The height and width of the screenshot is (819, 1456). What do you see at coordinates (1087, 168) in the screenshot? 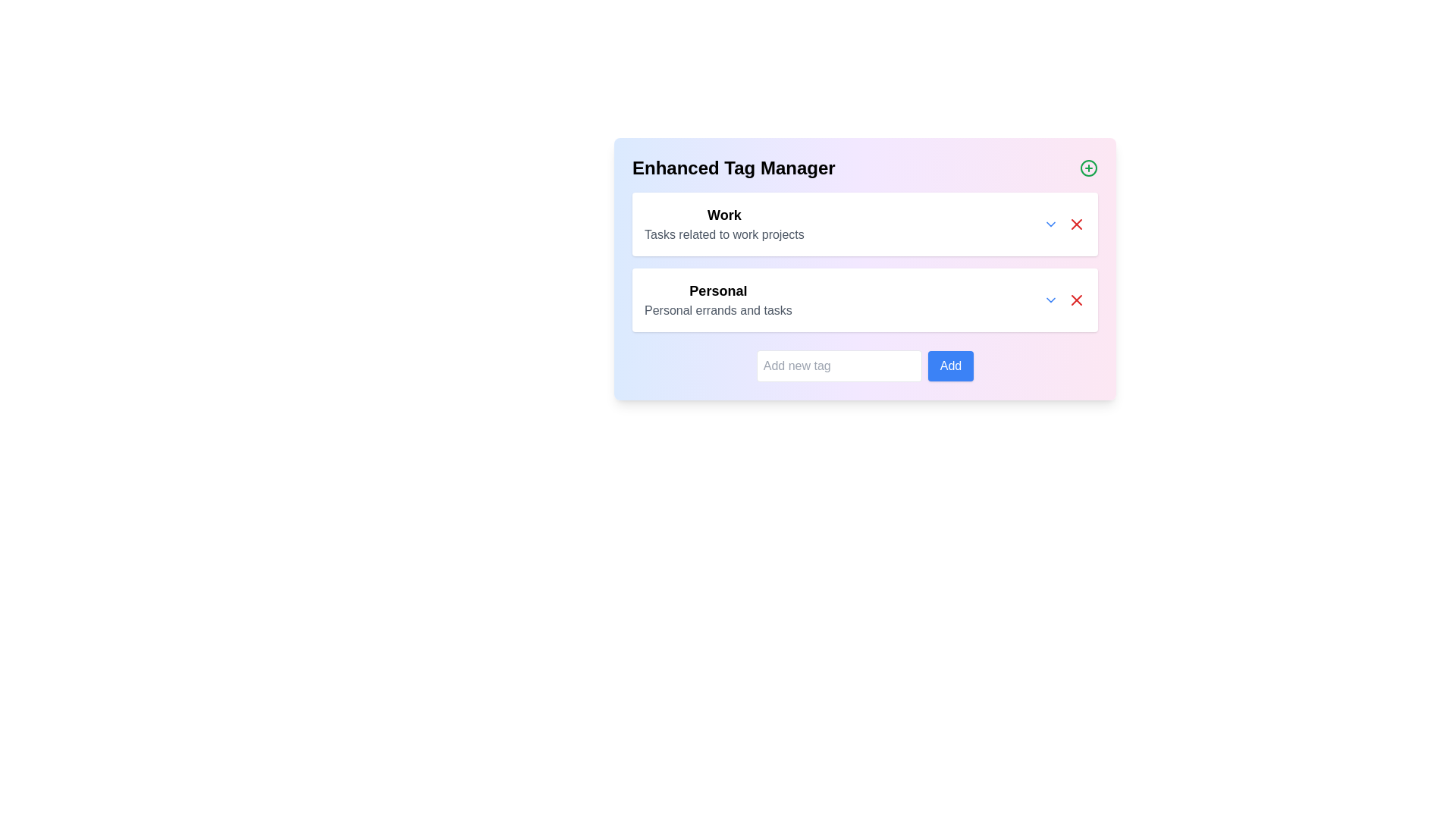
I see `the circular green outlined button with a plus symbol located at the top-right corner of the 'Enhanced Tag Manager' interface` at bounding box center [1087, 168].